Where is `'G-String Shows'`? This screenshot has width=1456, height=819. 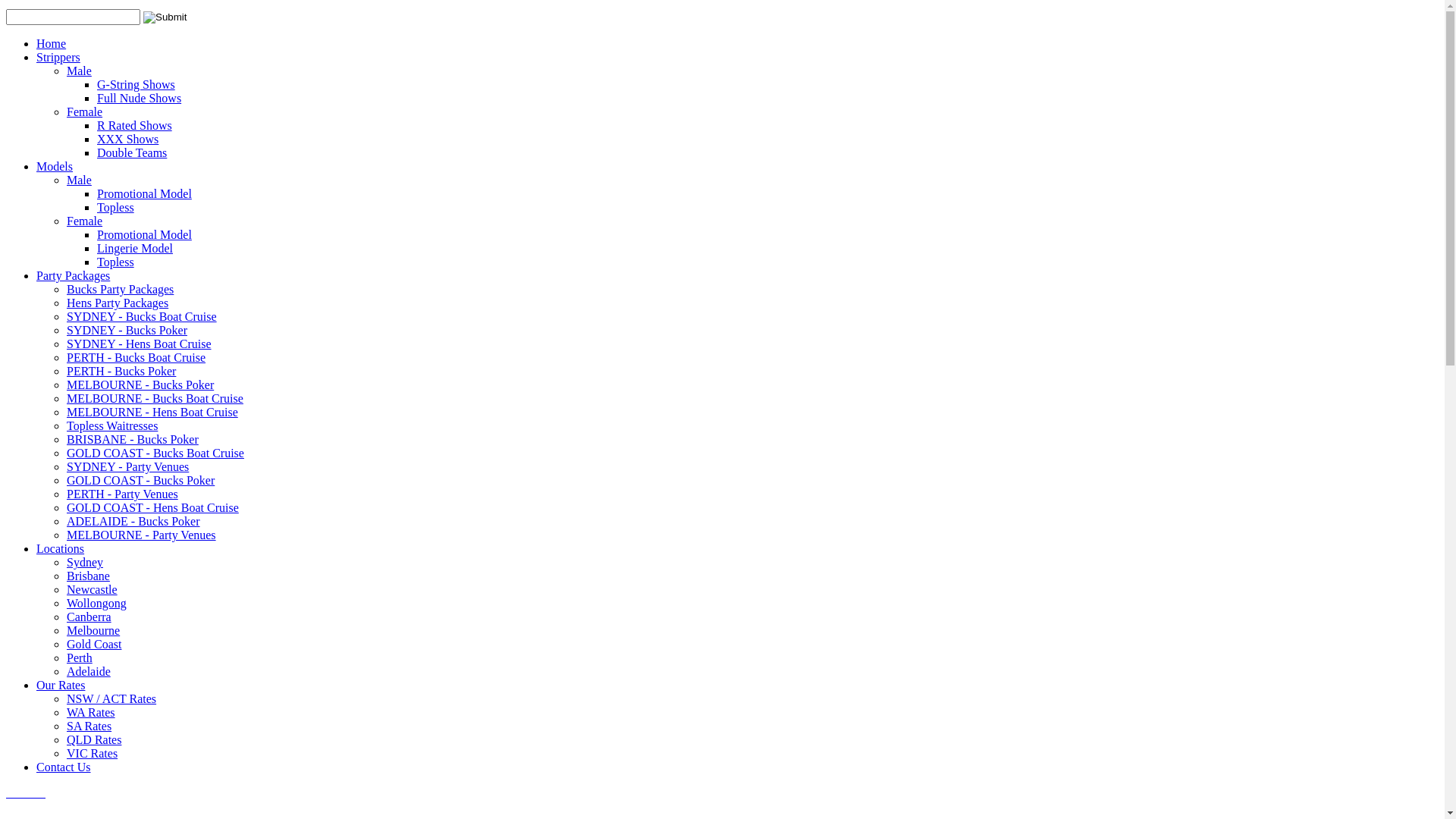
'G-String Shows' is located at coordinates (136, 84).